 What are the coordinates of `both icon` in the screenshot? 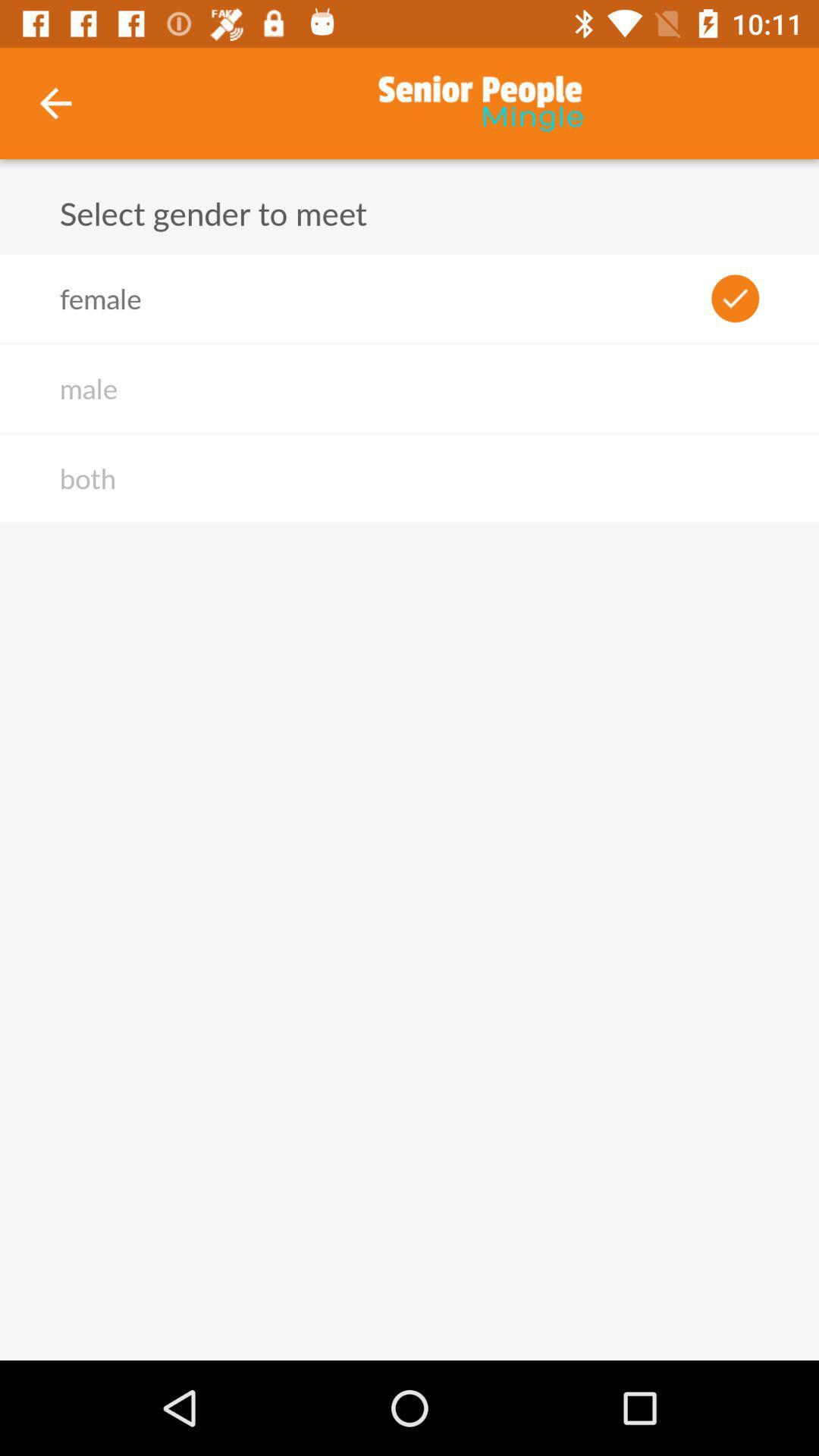 It's located at (87, 477).